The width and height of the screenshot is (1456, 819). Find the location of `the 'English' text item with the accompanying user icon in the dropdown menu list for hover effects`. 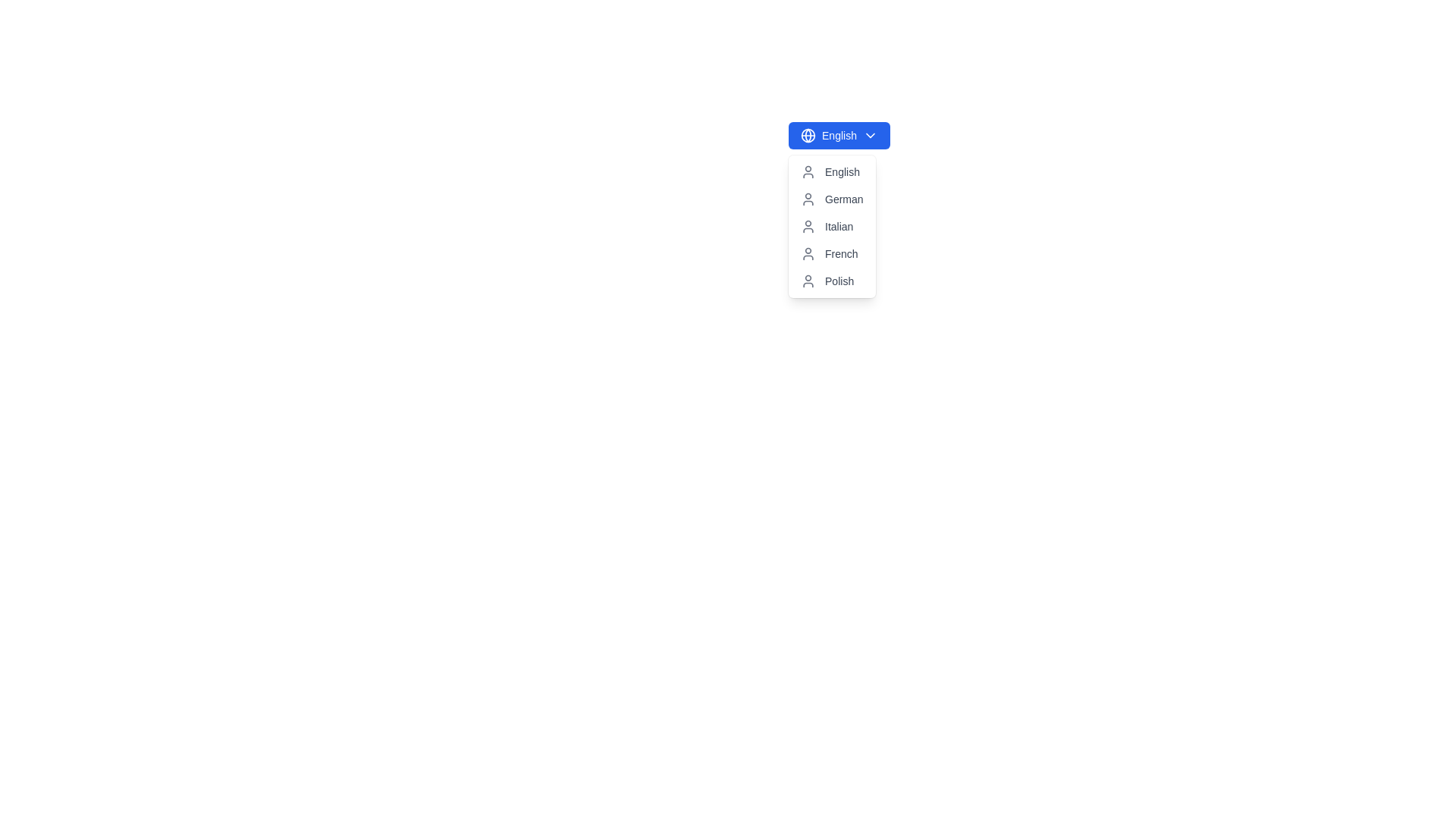

the 'English' text item with the accompanying user icon in the dropdown menu list for hover effects is located at coordinates (831, 171).